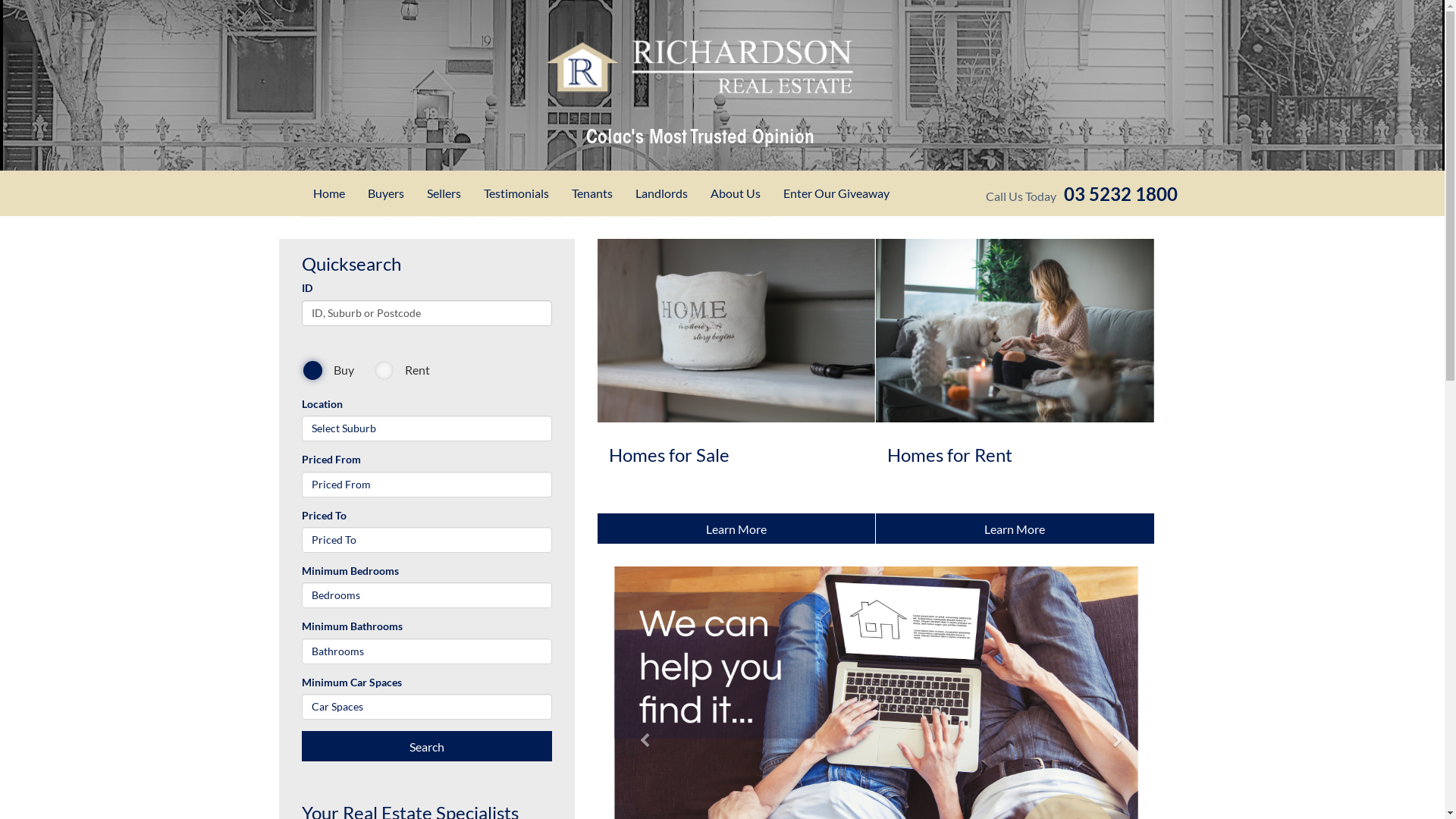 The width and height of the screenshot is (1456, 819). Describe the element at coordinates (836, 192) in the screenshot. I see `'Enter Our Giveaway'` at that location.